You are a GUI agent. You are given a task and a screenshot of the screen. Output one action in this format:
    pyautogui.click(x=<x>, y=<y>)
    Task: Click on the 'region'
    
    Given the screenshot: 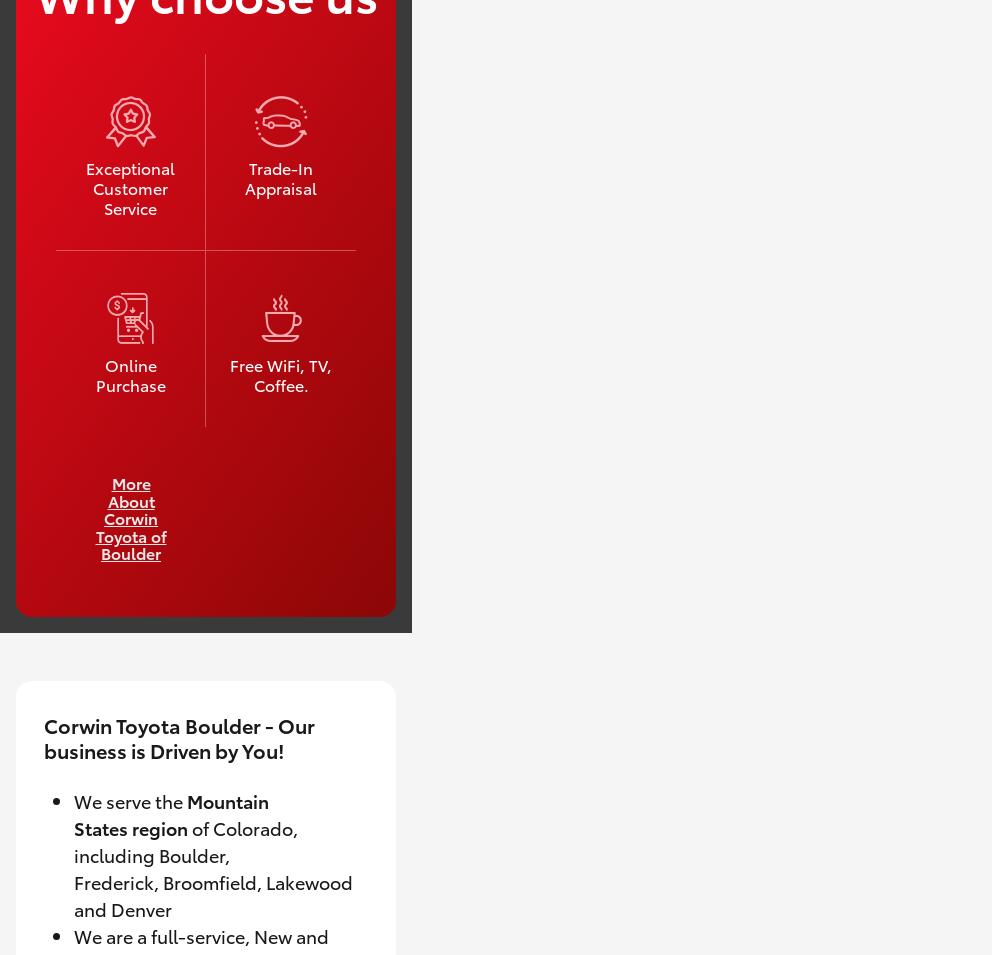 What is the action you would take?
    pyautogui.click(x=160, y=827)
    